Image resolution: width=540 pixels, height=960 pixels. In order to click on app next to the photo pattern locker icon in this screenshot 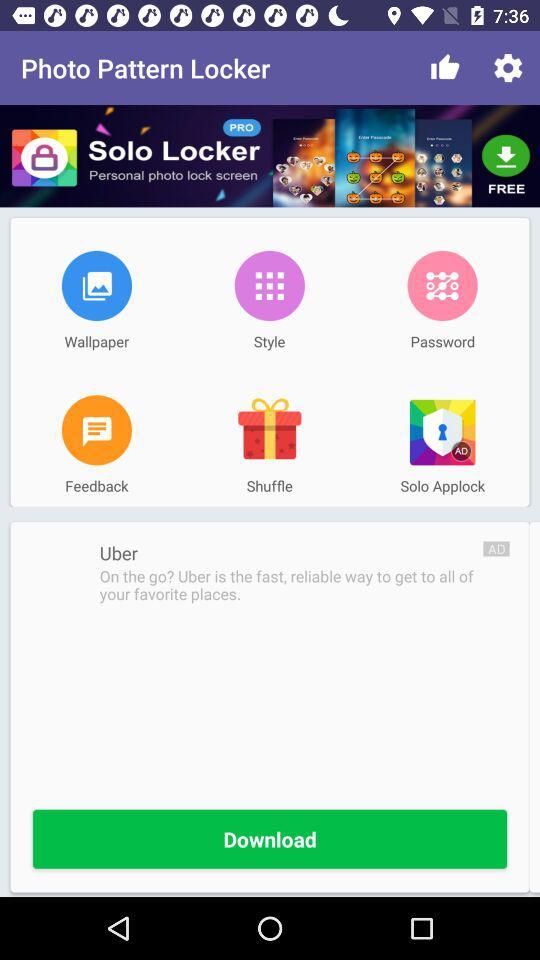, I will do `click(445, 68)`.